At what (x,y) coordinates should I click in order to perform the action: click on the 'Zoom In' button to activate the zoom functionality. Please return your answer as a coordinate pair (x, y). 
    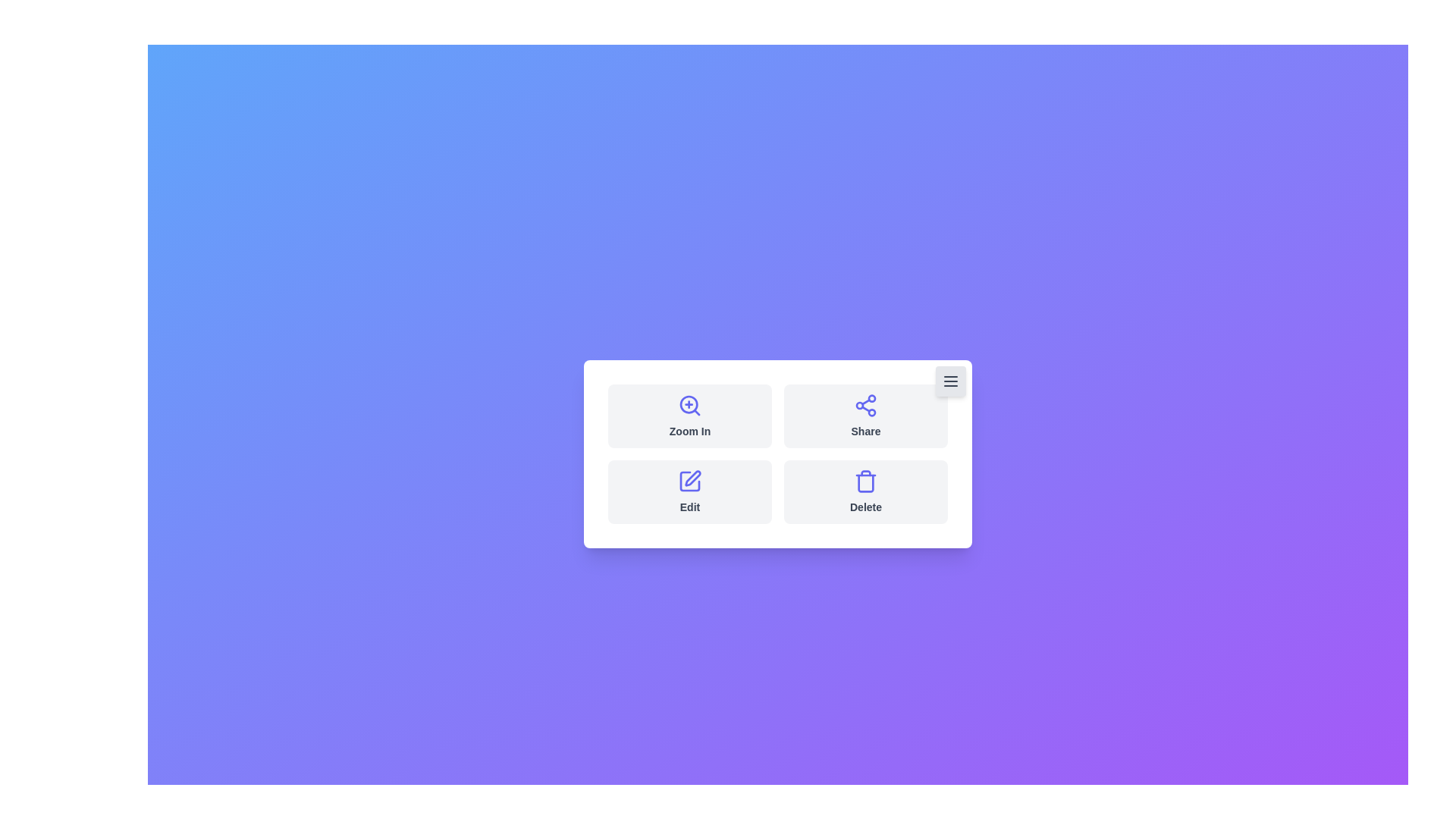
    Looking at the image, I should click on (689, 416).